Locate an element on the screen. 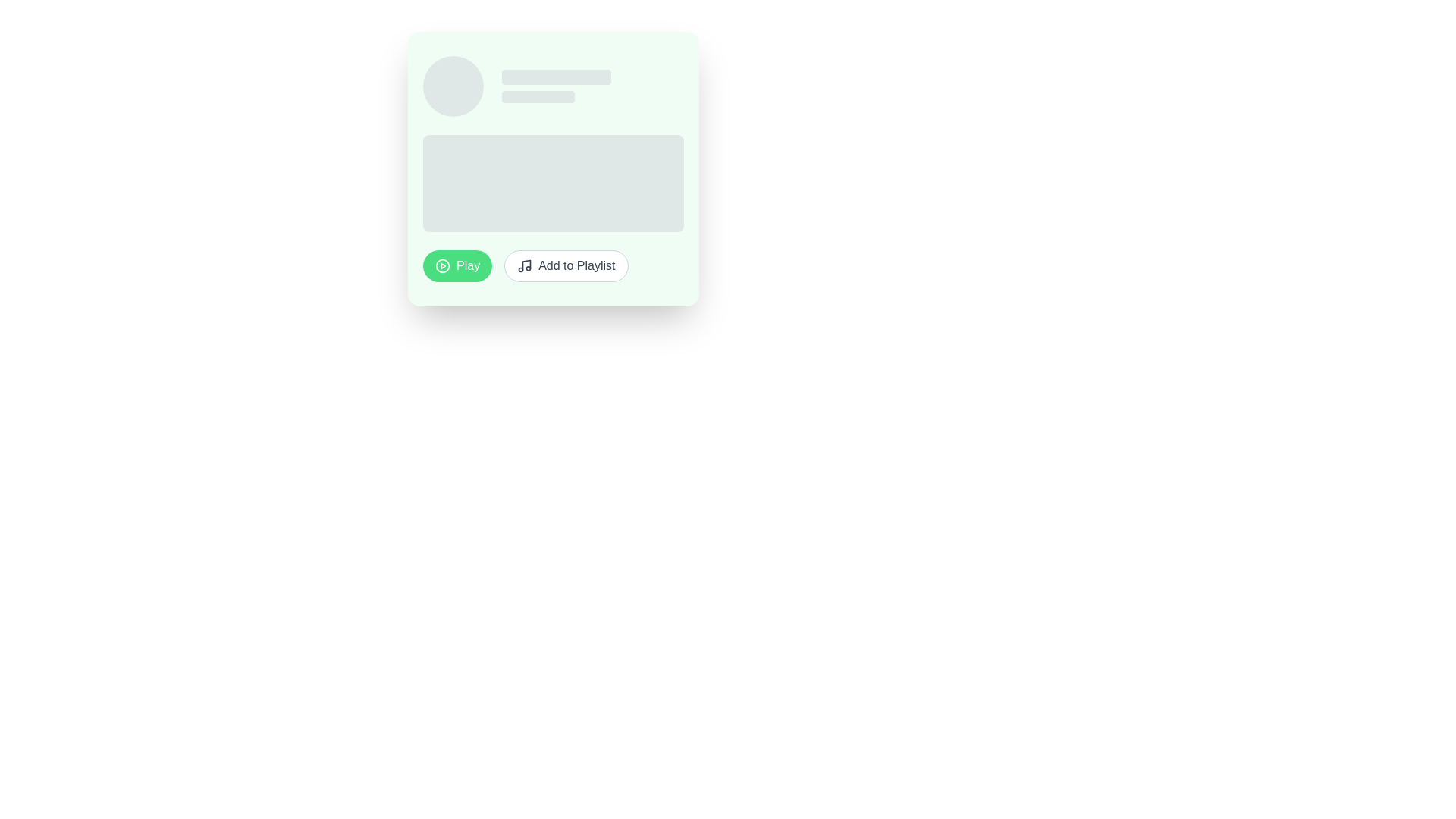 The width and height of the screenshot is (1456, 819). the stylized music note icon within the 'Add to Playlist' button, which is located at the bottom of the card interface is located at coordinates (525, 265).